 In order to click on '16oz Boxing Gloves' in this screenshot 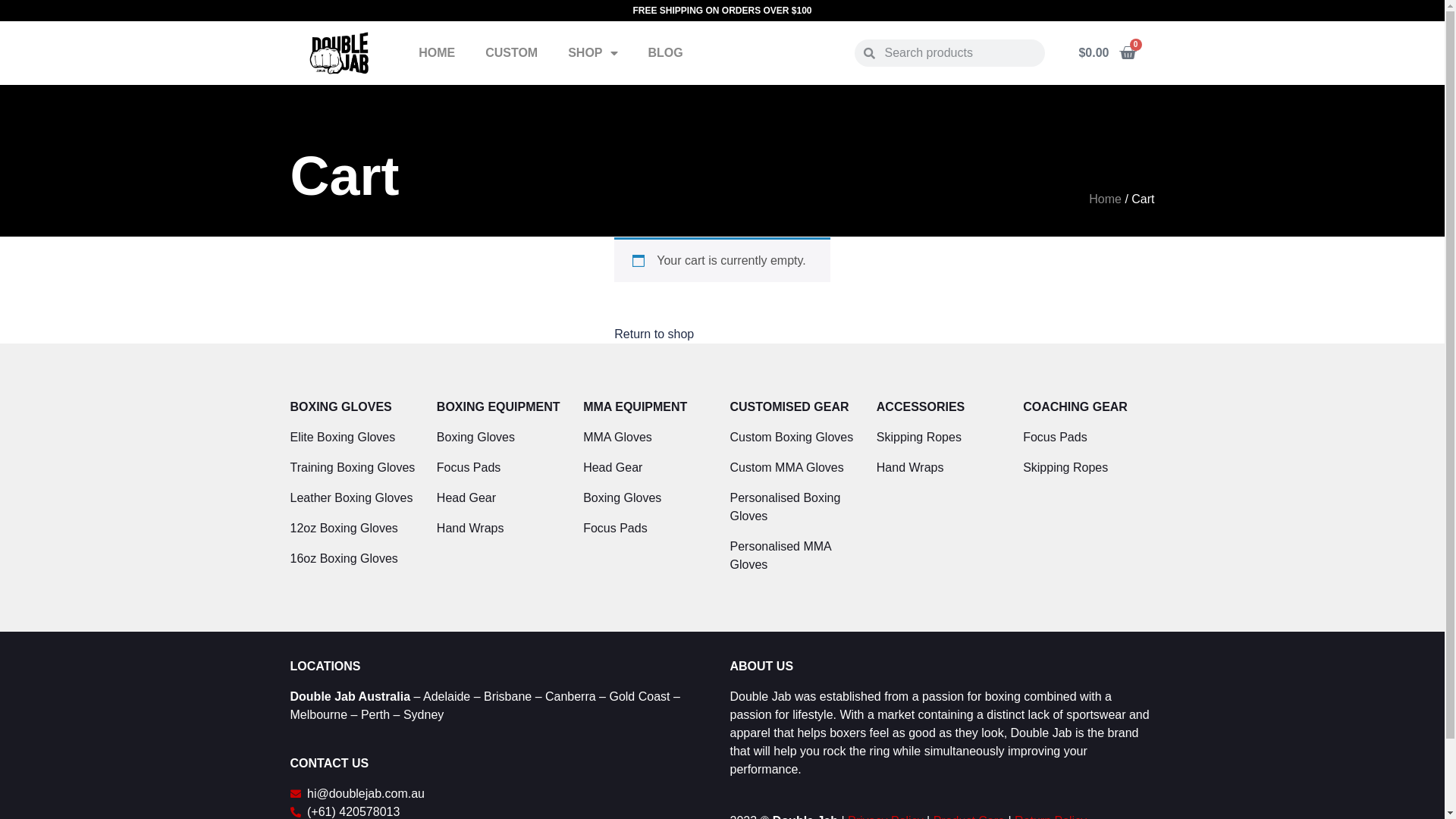, I will do `click(354, 558)`.